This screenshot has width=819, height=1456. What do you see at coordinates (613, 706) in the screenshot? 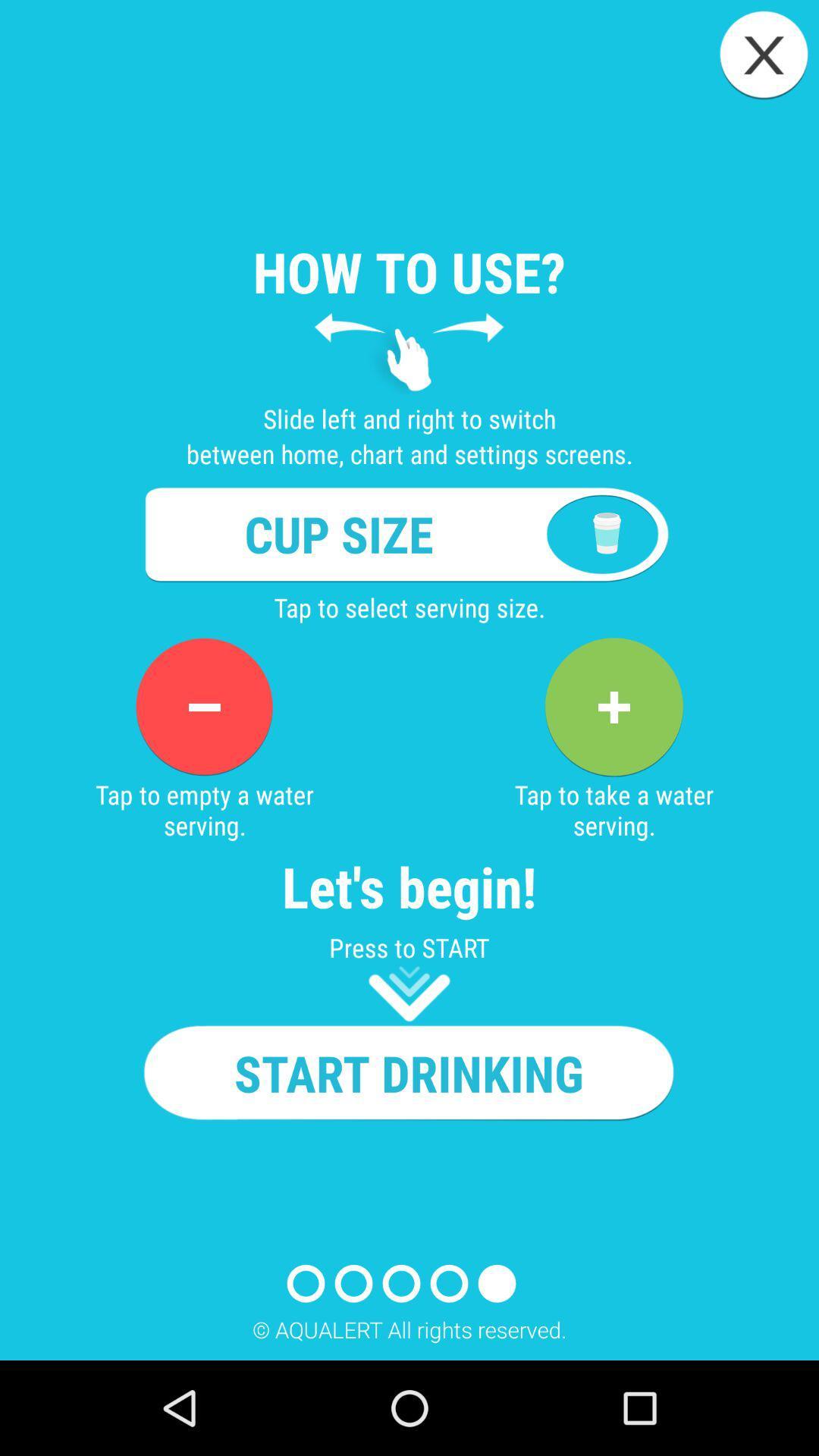
I see `the item above tap to take icon` at bounding box center [613, 706].